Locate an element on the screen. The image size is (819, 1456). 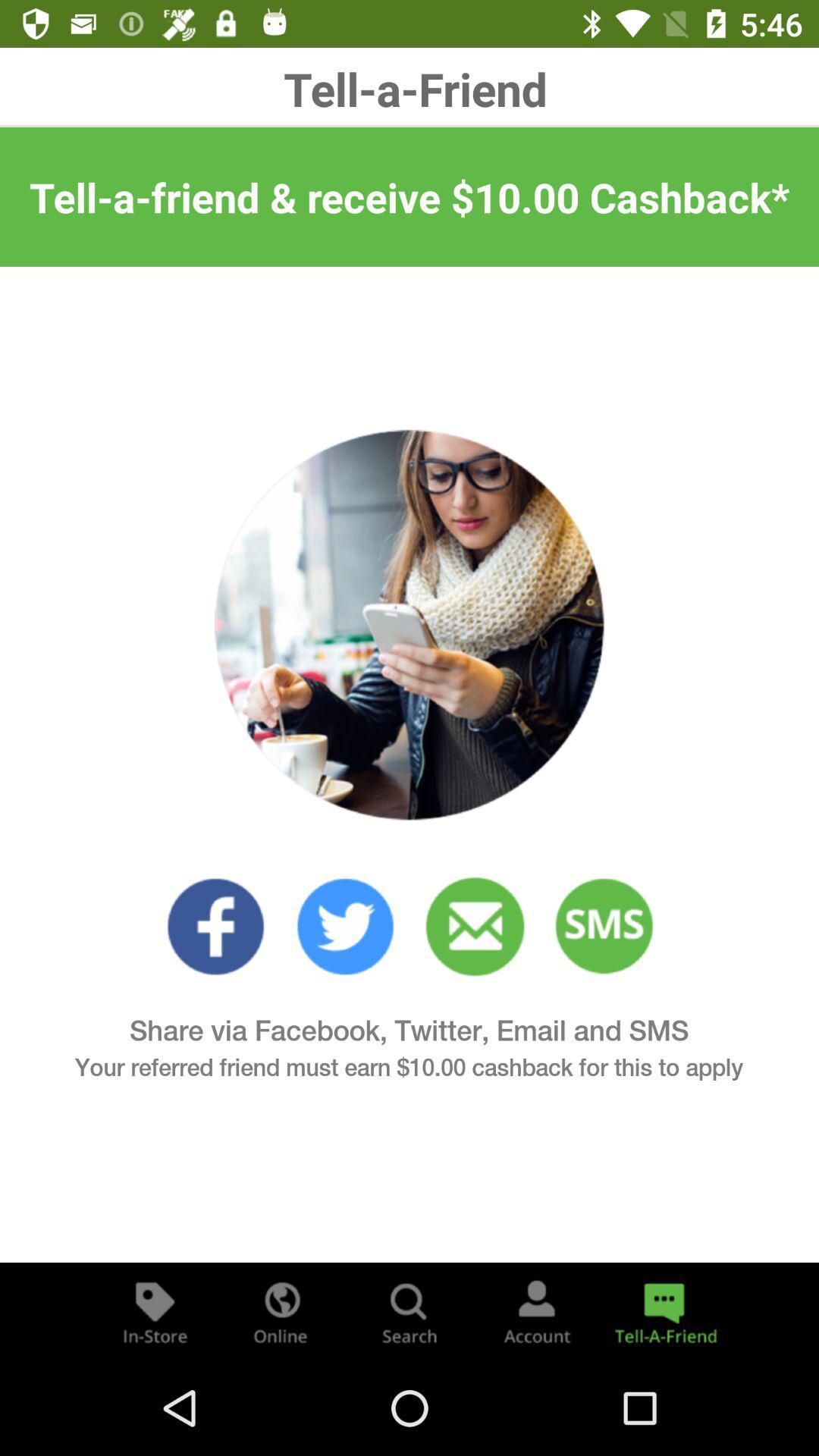
shares referral via facebook is located at coordinates (215, 926).